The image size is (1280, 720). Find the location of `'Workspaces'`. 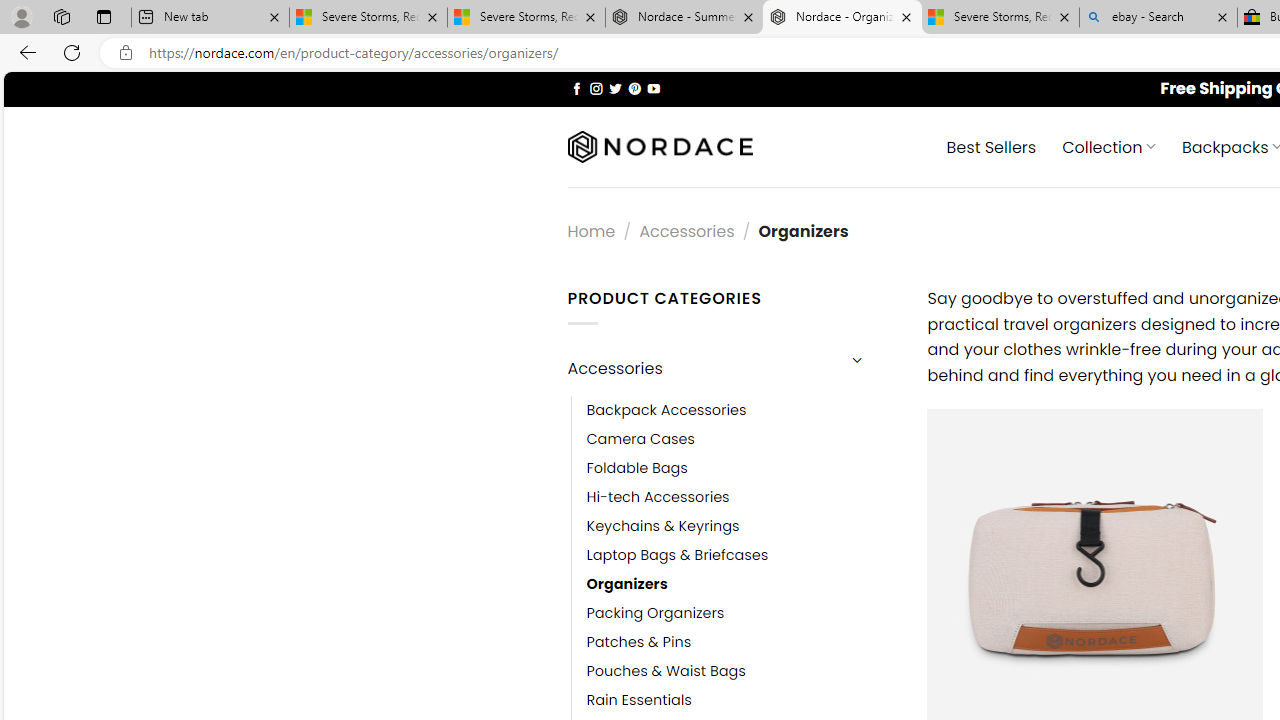

'Workspaces' is located at coordinates (61, 16).